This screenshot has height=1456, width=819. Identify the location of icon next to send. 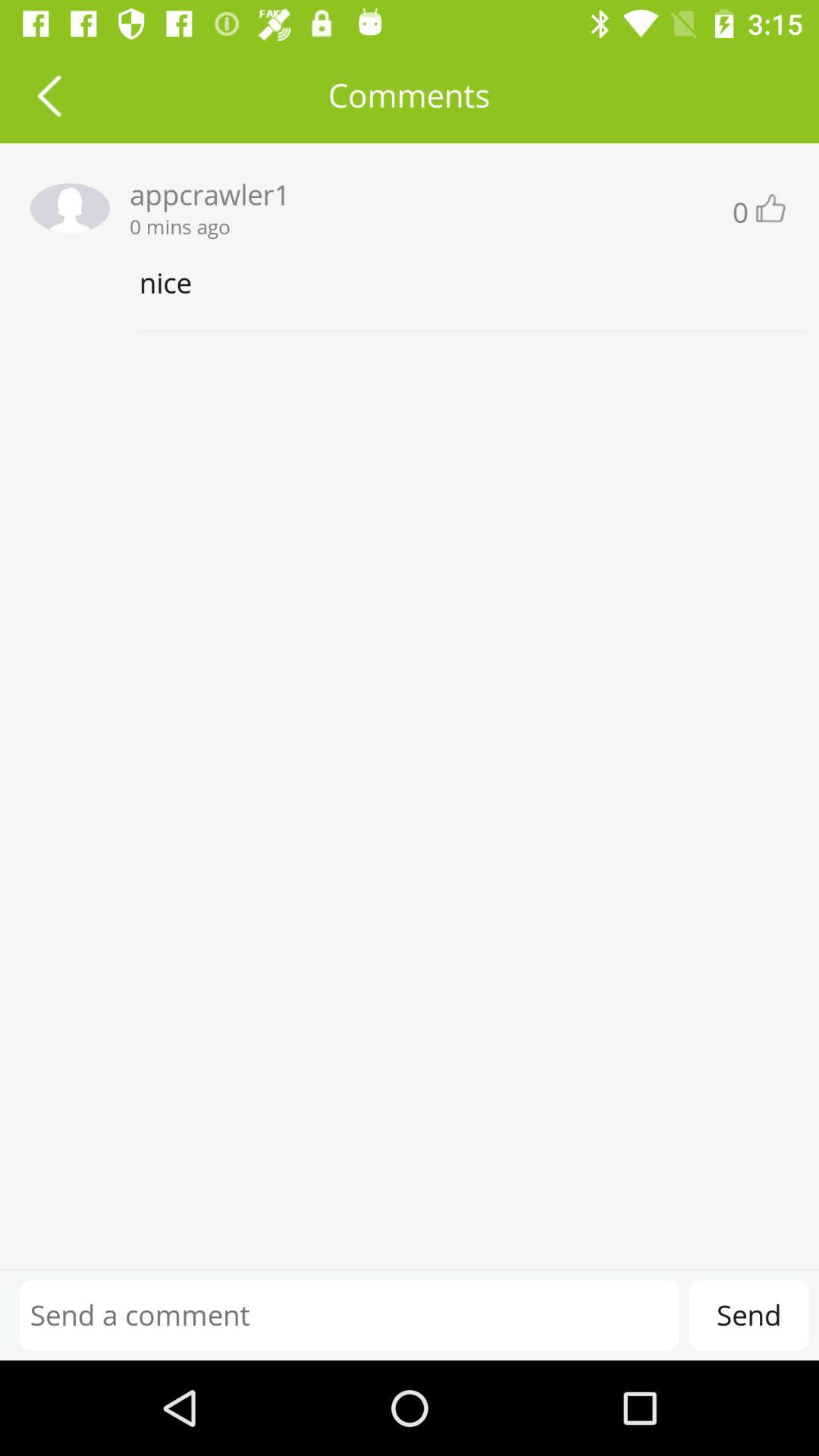
(349, 1314).